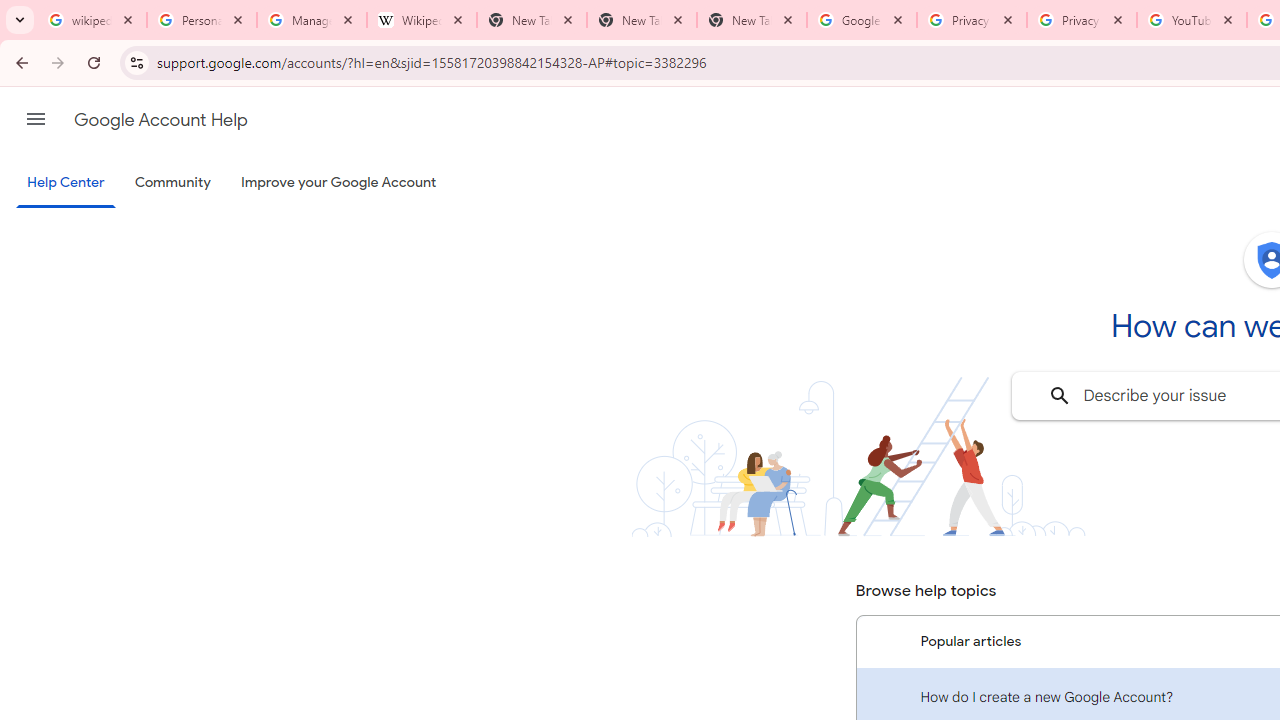 This screenshot has height=720, width=1280. I want to click on 'Help Center', so click(65, 183).